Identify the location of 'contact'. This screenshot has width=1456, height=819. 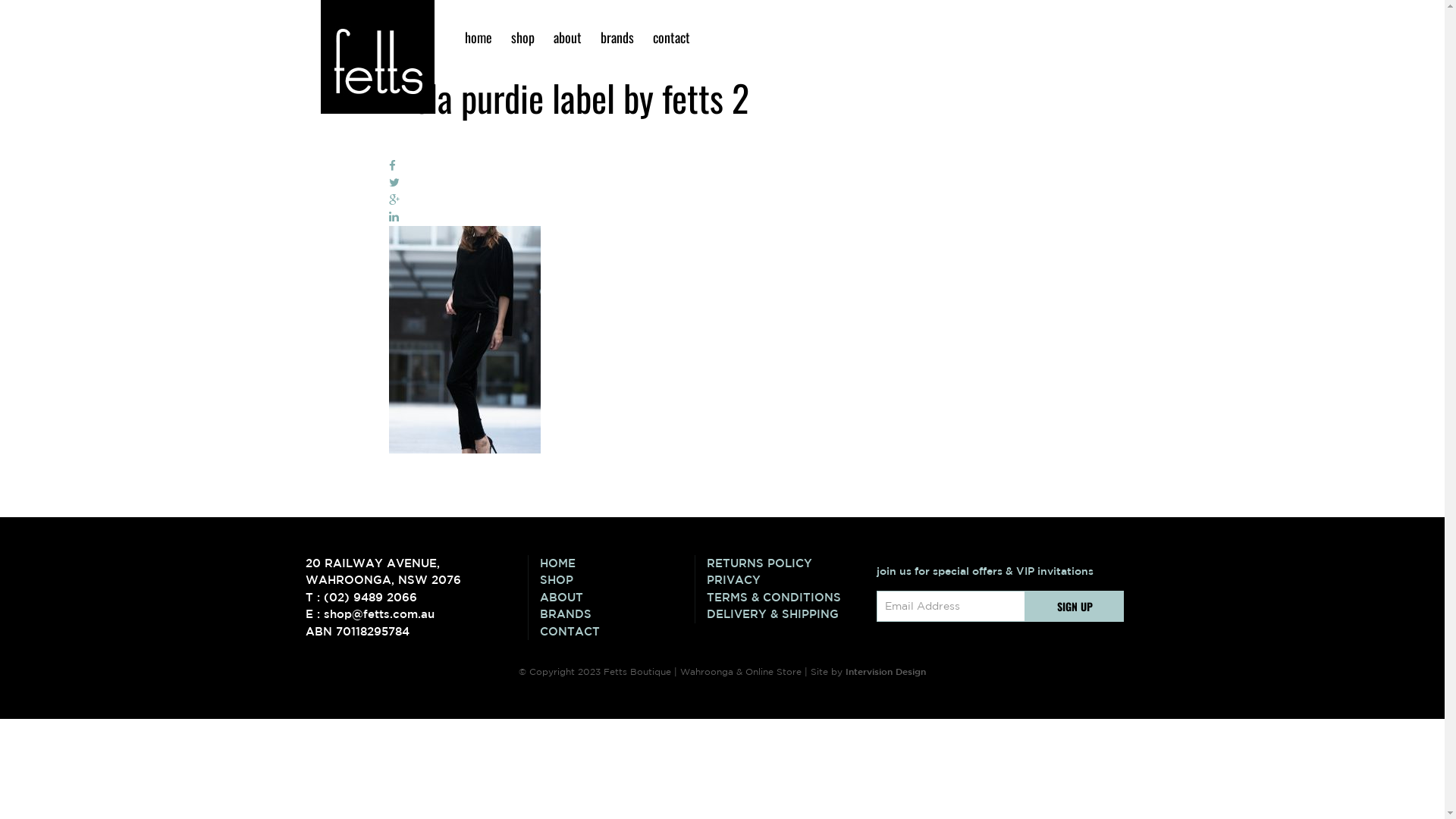
(670, 36).